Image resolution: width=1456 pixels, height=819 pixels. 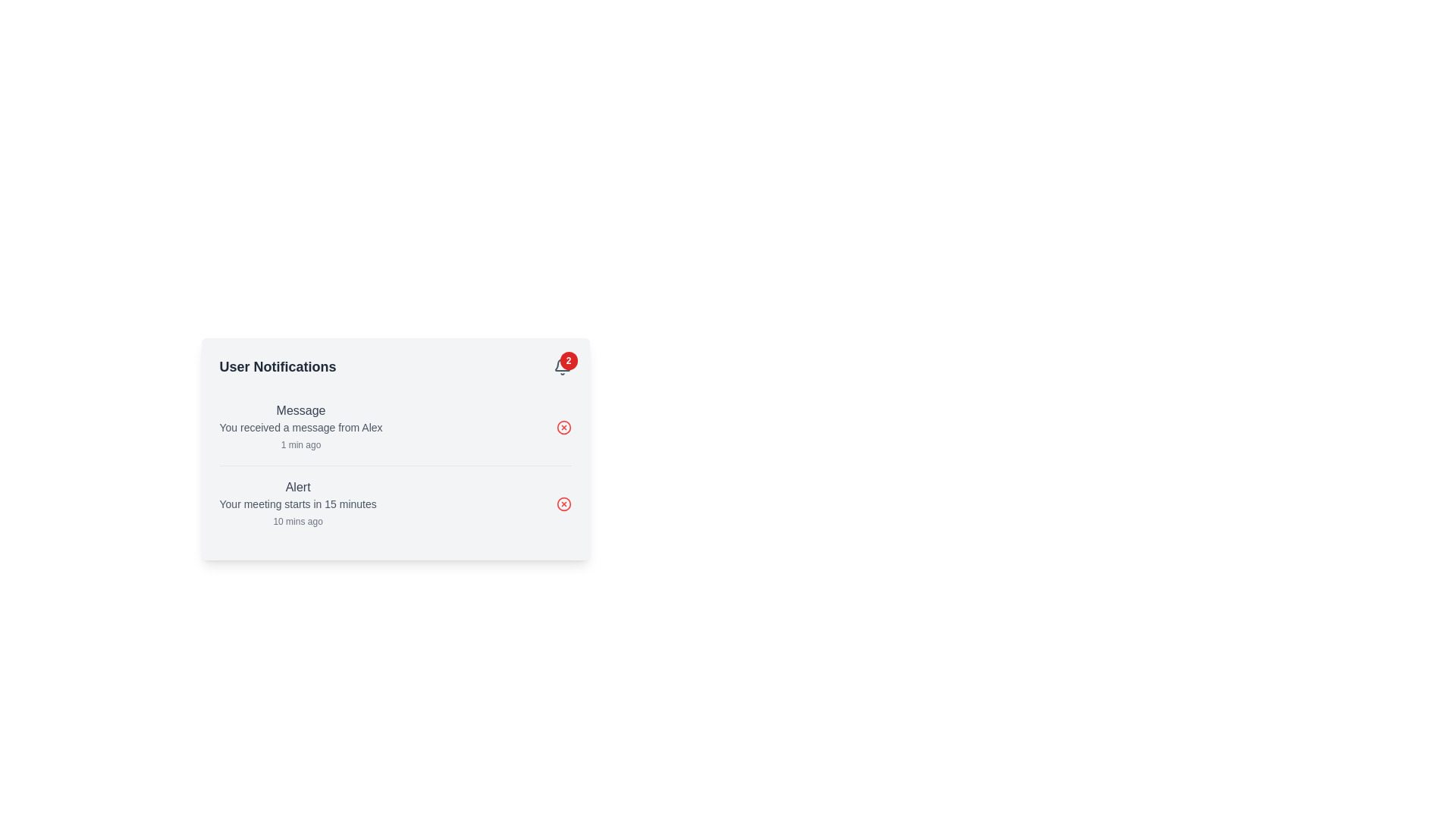 I want to click on timestamp text label located in the bottom-right section of the notifications panel, associated with the message from Alex, so click(x=301, y=444).